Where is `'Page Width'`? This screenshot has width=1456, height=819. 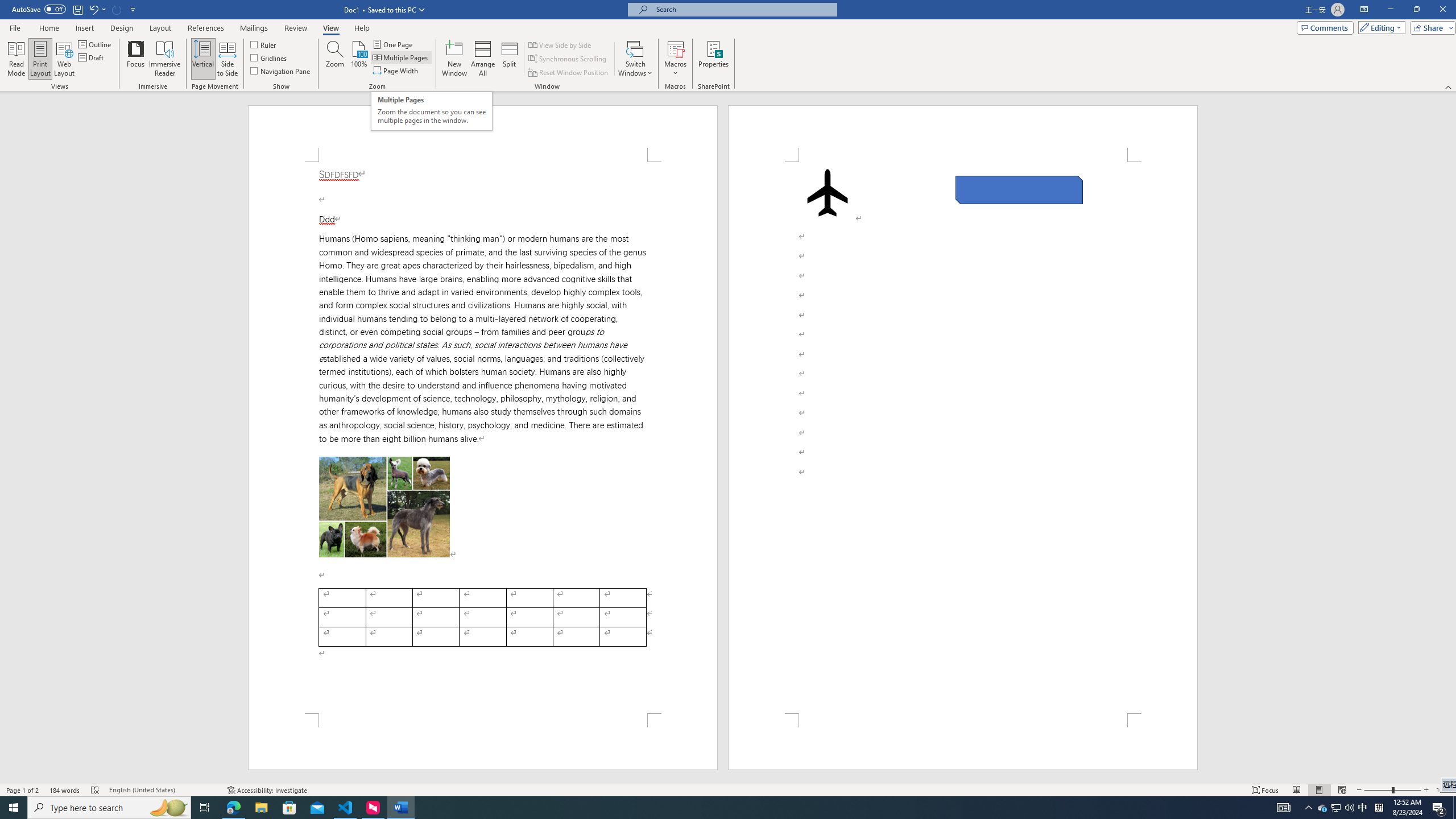 'Page Width' is located at coordinates (396, 69).